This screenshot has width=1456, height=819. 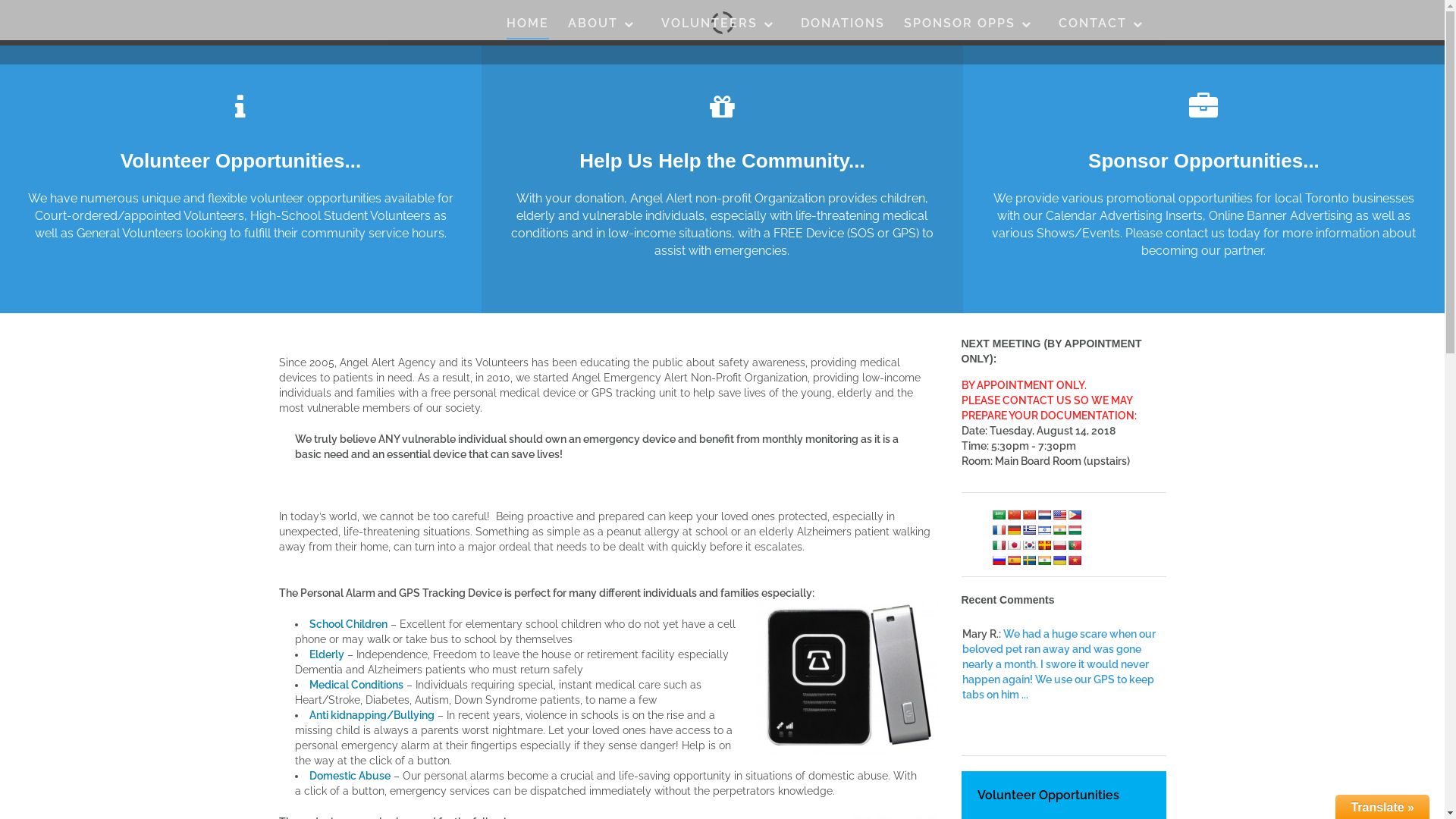 What do you see at coordinates (1029, 543) in the screenshot?
I see `'Korean'` at bounding box center [1029, 543].